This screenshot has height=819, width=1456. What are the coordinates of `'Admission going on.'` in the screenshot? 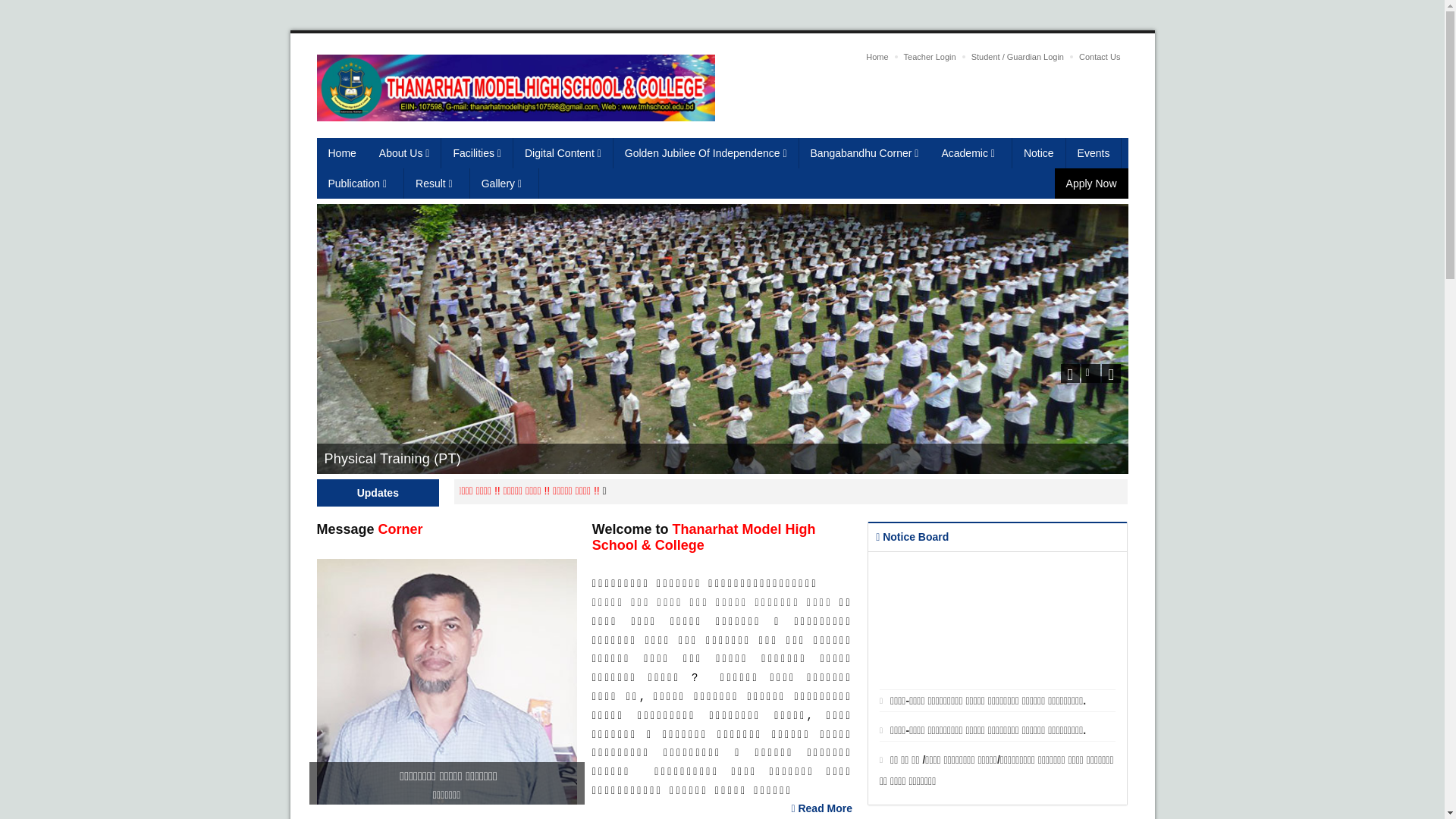 It's located at (447, 491).